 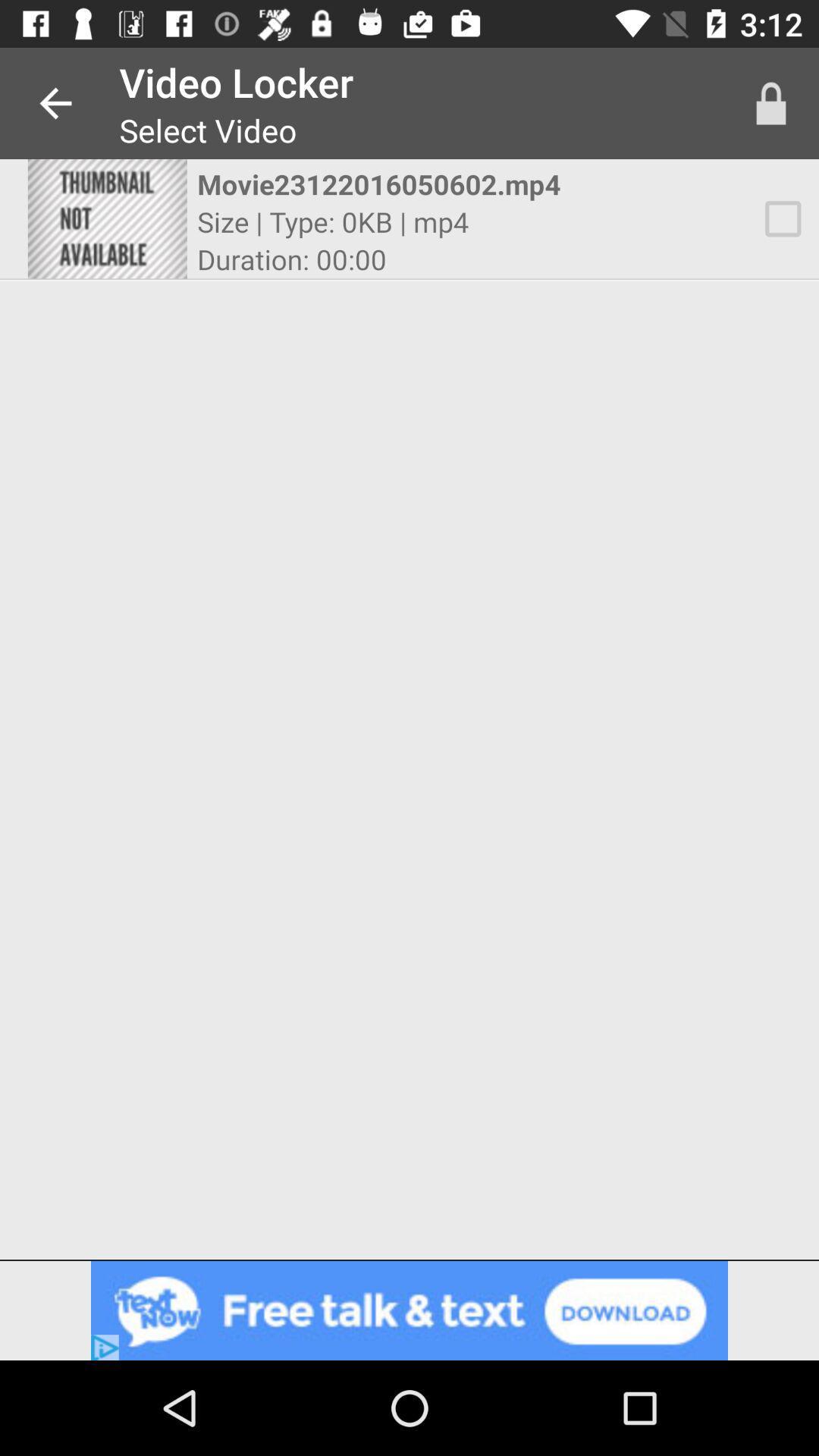 What do you see at coordinates (395, 184) in the screenshot?
I see `the app below select video item` at bounding box center [395, 184].